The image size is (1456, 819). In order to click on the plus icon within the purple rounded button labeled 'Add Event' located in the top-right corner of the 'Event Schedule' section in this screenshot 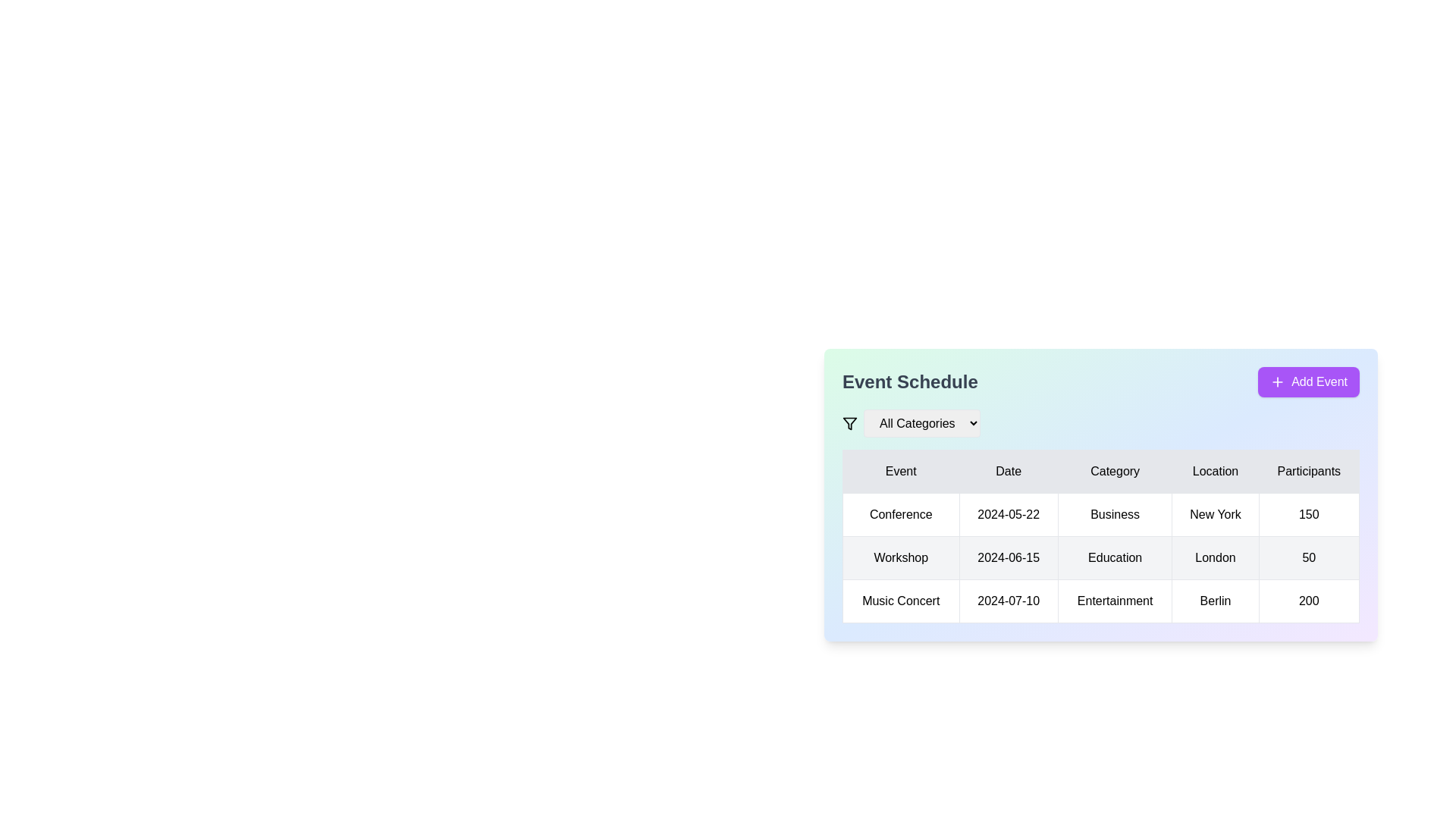, I will do `click(1277, 381)`.